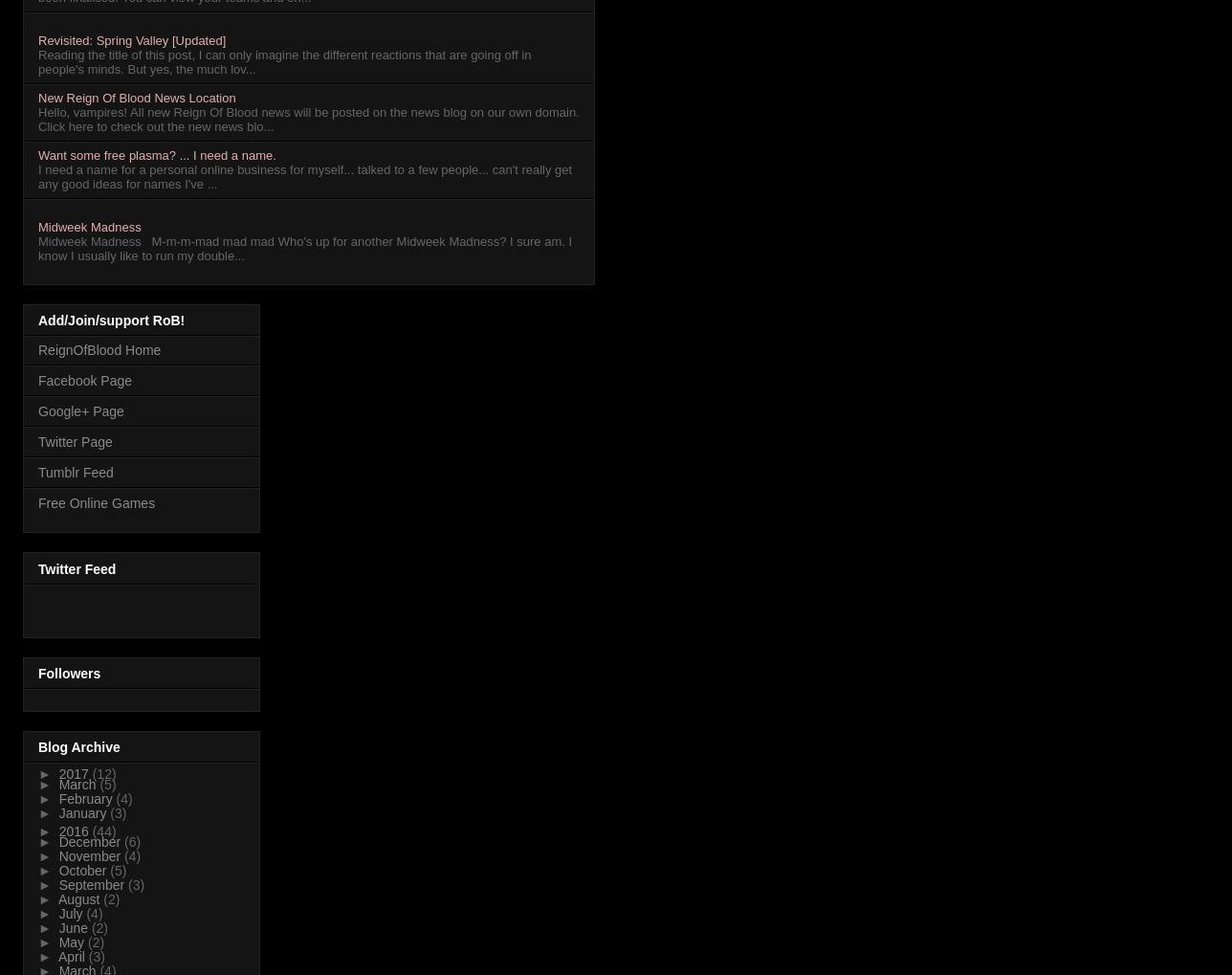  I want to click on 'August', so click(79, 898).